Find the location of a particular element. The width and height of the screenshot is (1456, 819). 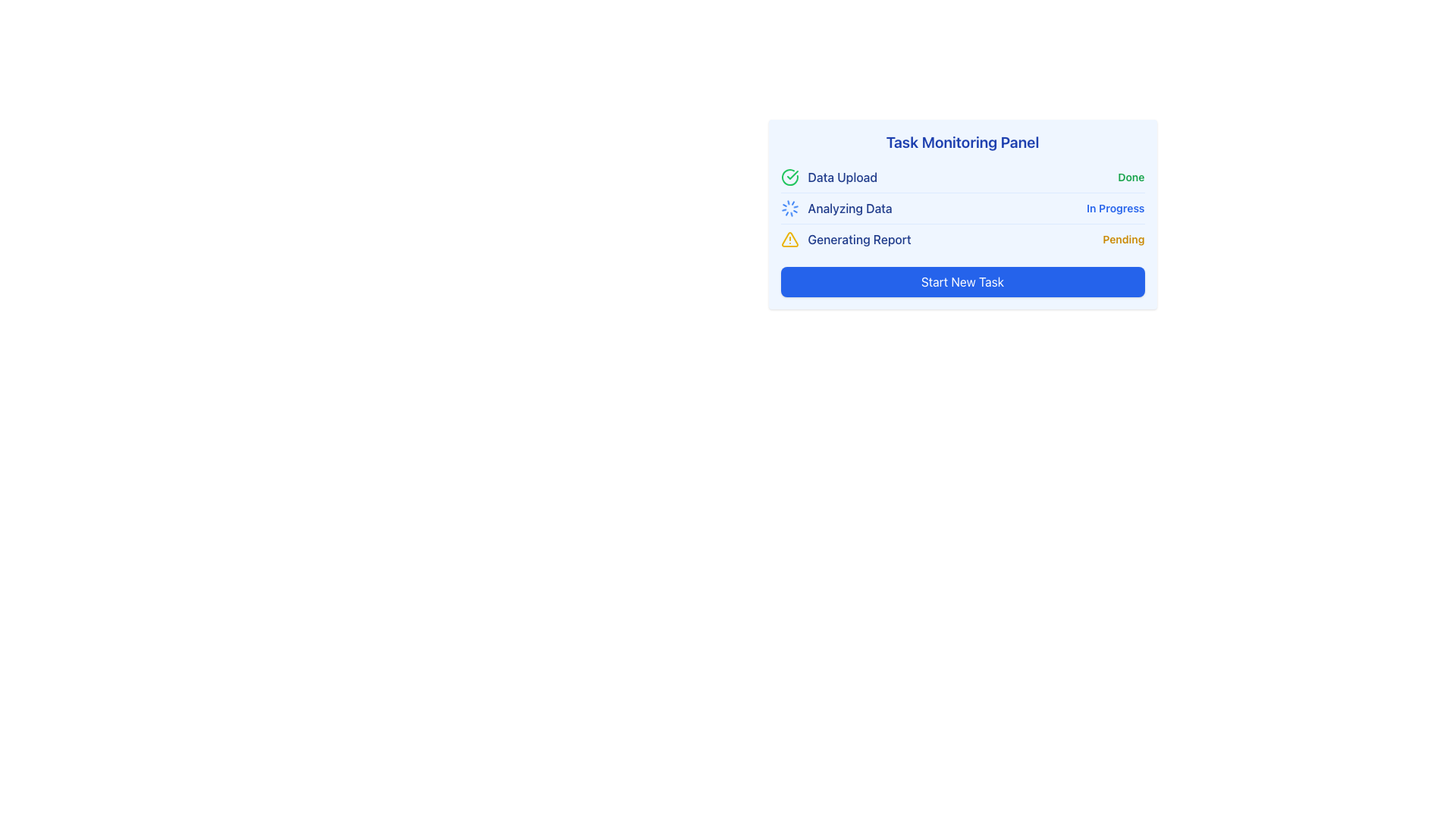

the Header Text element that serves as a descriptive header for the panel, indicating the purpose of the area it belongs to is located at coordinates (962, 143).